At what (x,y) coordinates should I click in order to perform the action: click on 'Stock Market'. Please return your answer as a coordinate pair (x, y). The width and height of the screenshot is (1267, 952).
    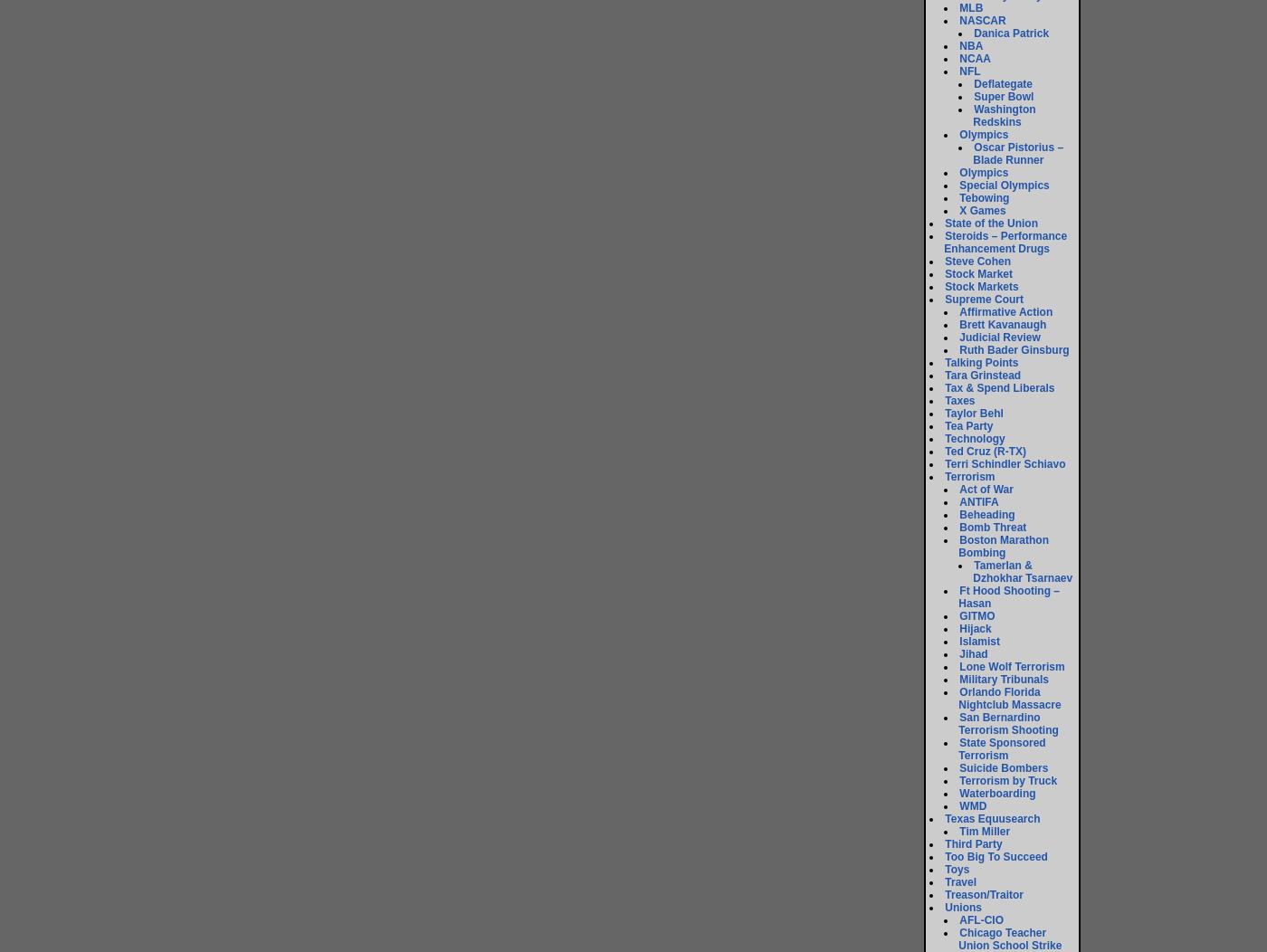
    Looking at the image, I should click on (978, 273).